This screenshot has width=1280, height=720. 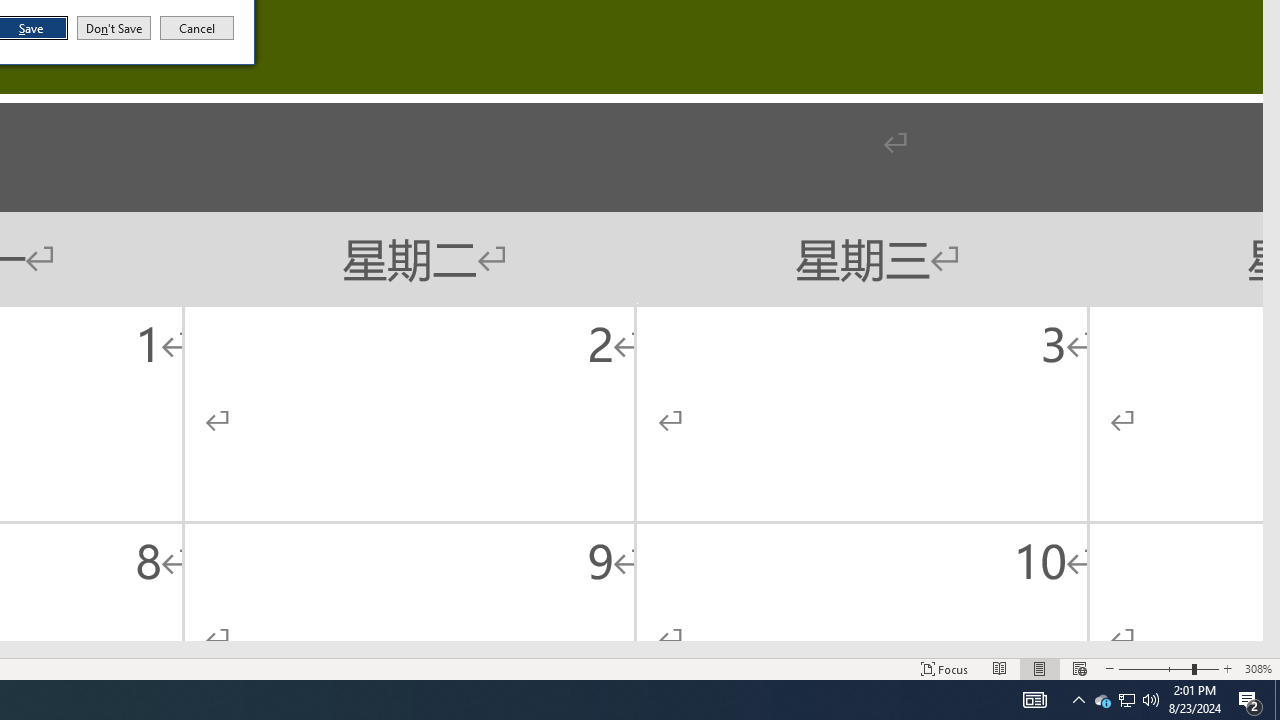 I want to click on 'AutomationID: 4105', so click(x=1000, y=669).